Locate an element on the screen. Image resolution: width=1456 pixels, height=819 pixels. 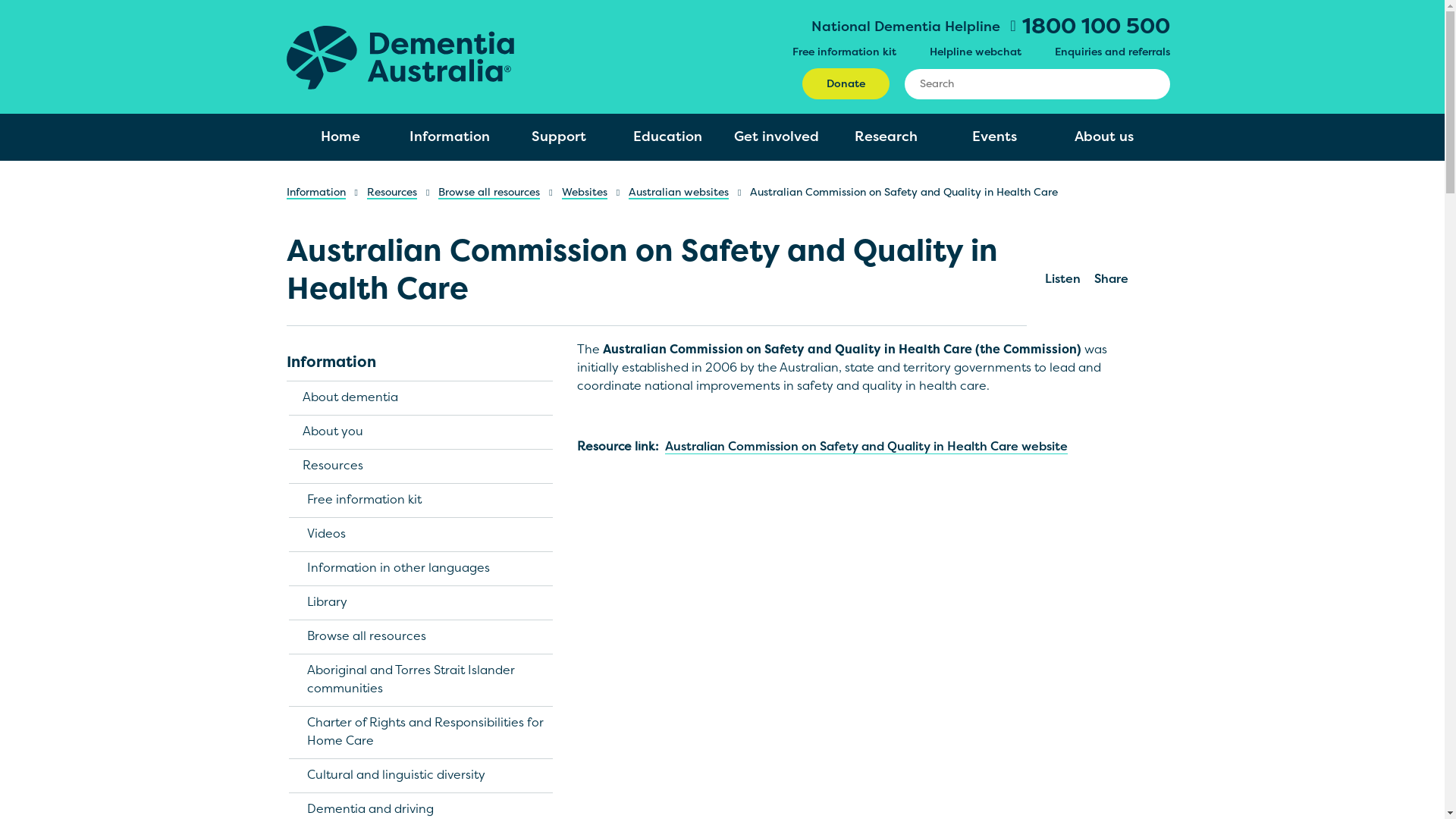
'Search' is located at coordinates (1145, 83).